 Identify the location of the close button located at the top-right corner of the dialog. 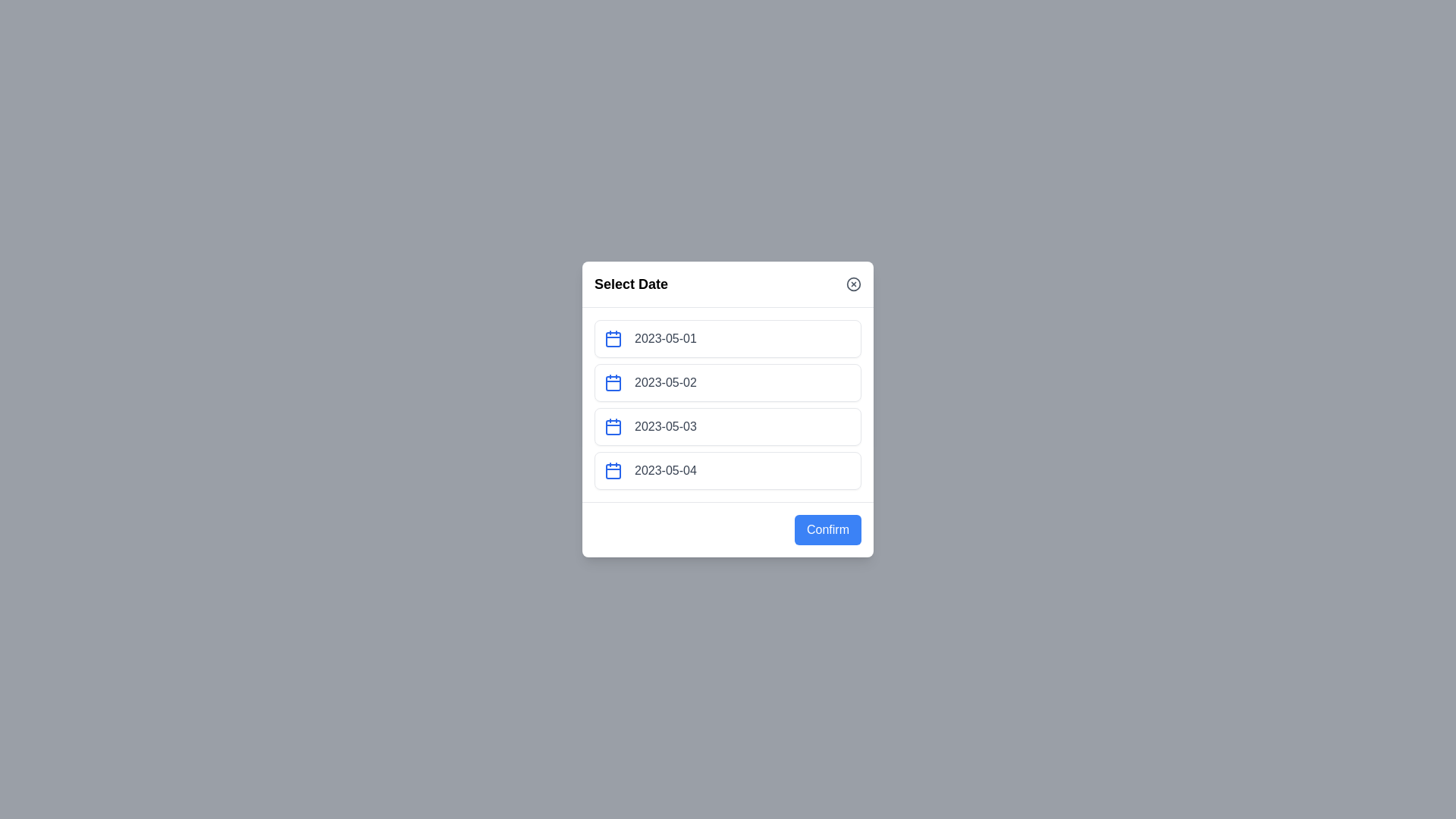
(854, 284).